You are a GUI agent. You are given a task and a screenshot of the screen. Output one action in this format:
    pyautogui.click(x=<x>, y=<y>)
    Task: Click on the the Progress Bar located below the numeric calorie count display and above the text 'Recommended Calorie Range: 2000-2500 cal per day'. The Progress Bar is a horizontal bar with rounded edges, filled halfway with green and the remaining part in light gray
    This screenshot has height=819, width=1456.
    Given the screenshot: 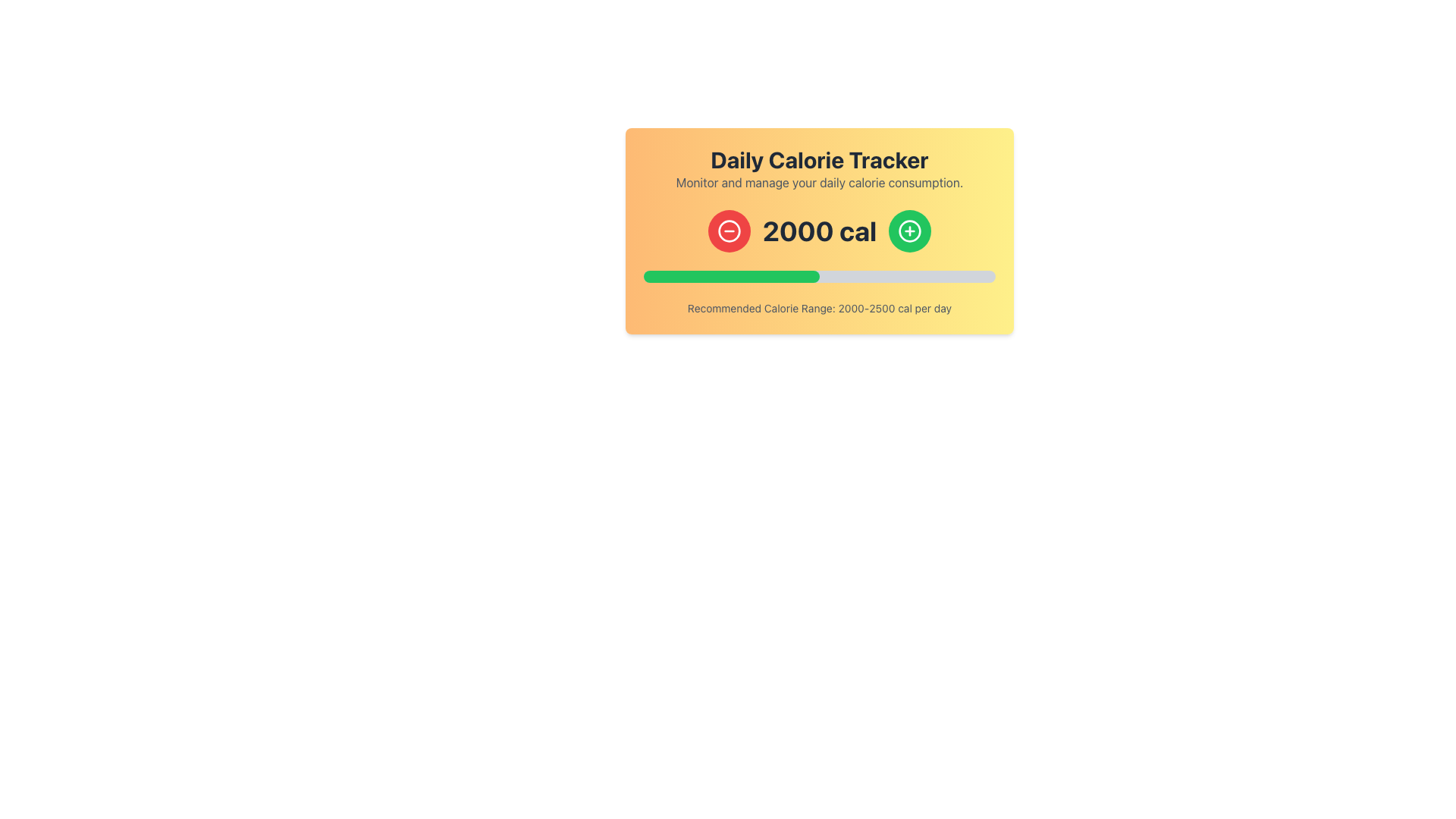 What is the action you would take?
    pyautogui.click(x=818, y=277)
    